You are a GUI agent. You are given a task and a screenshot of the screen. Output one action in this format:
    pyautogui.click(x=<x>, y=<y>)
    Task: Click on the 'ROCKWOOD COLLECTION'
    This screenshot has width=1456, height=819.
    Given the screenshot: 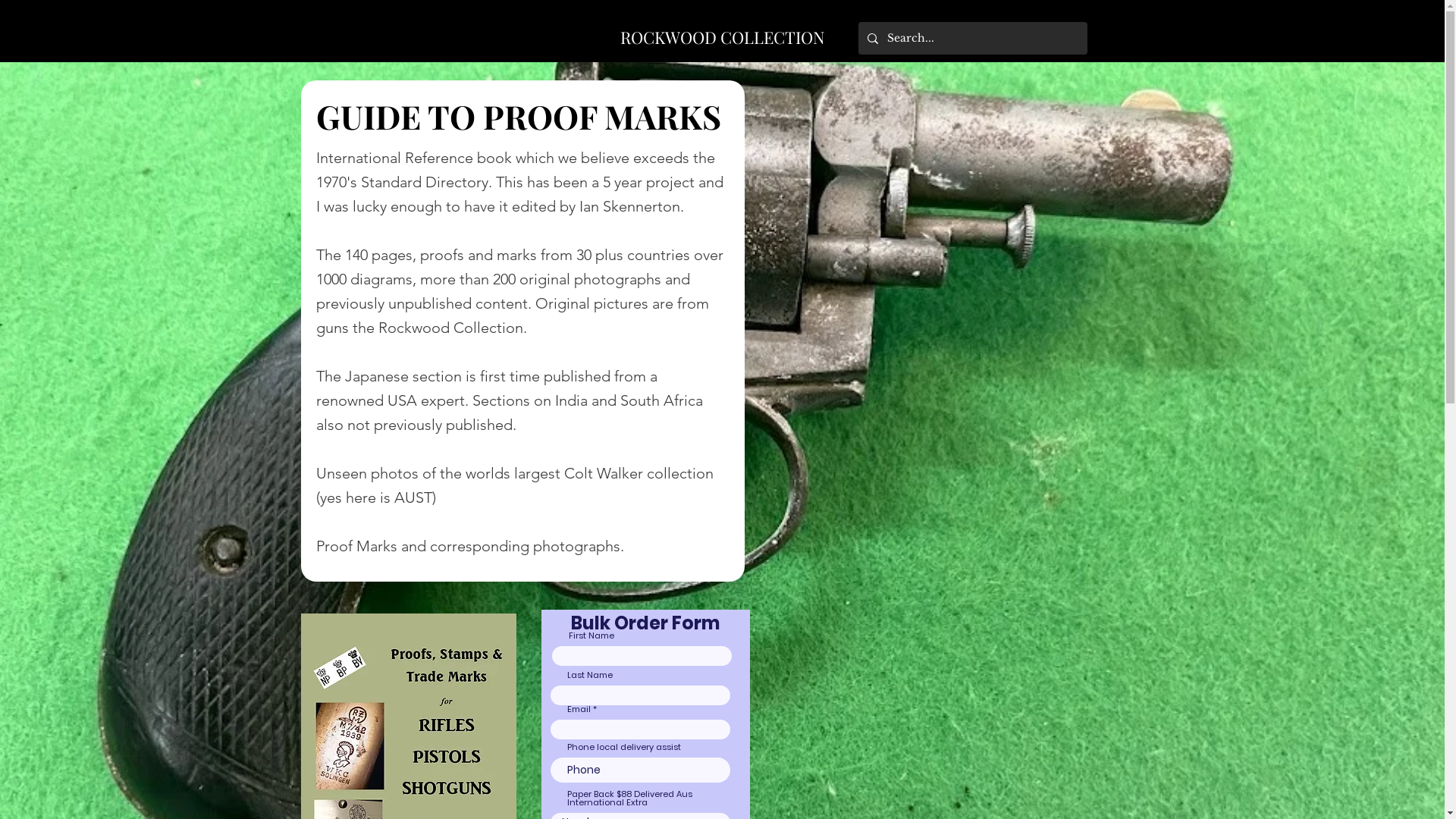 What is the action you would take?
    pyautogui.click(x=722, y=36)
    